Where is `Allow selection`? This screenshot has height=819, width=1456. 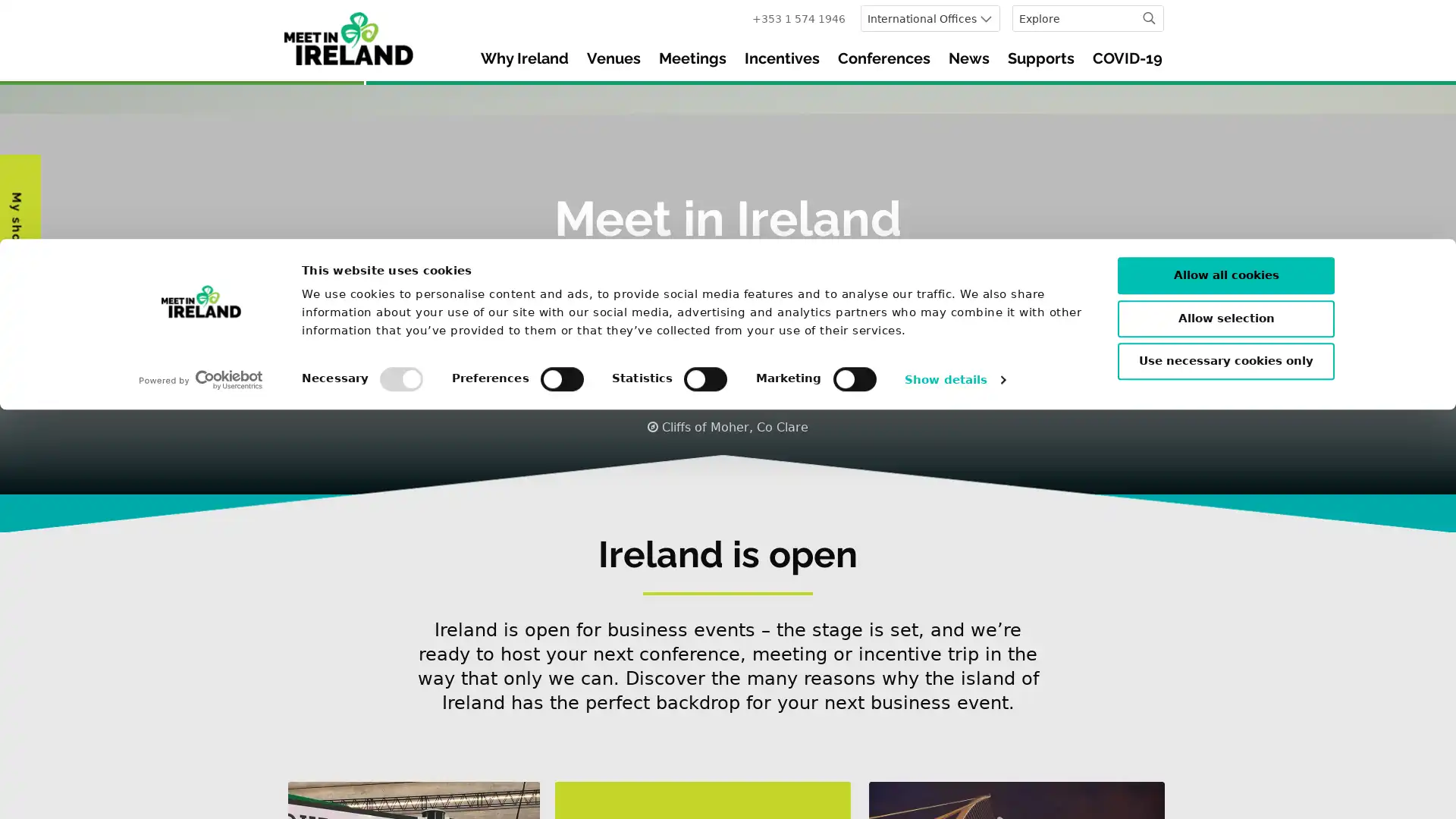
Allow selection is located at coordinates (1226, 726).